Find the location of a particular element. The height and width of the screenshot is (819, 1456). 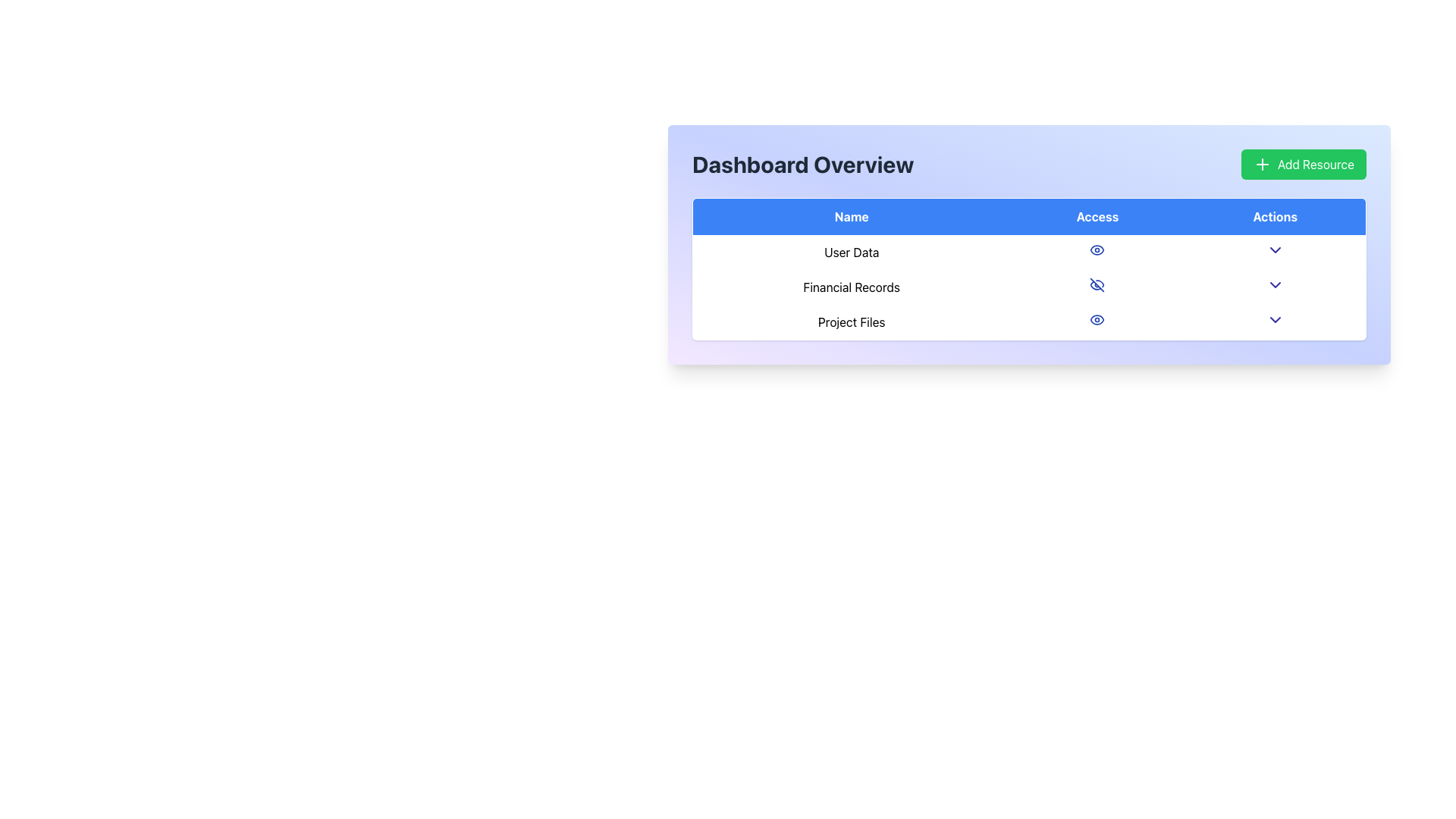

the Dropdown icon in the 'Actions' column of the second row for 'Financial Records' is located at coordinates (1274, 284).